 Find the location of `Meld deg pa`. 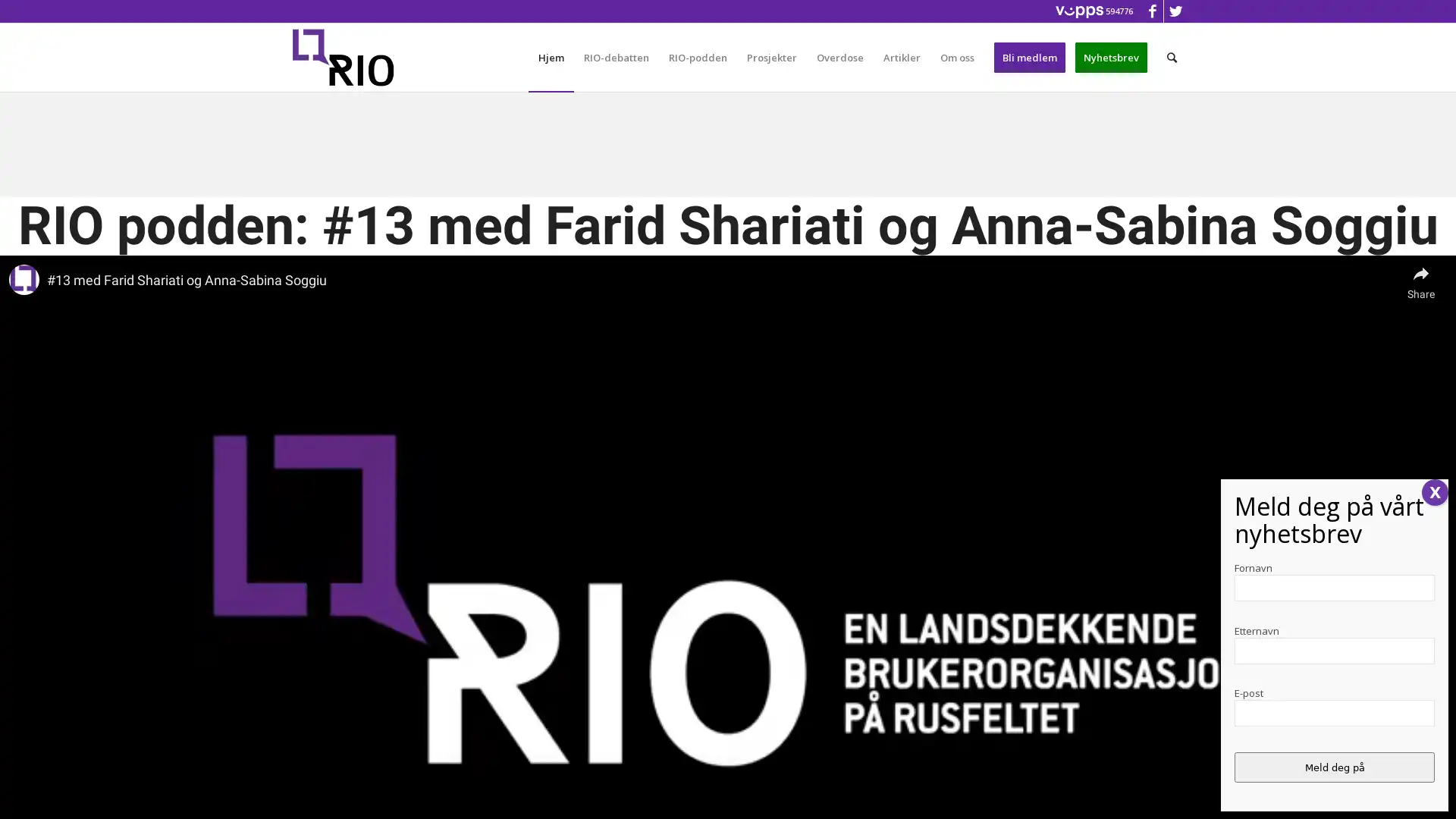

Meld deg pa is located at coordinates (1335, 767).